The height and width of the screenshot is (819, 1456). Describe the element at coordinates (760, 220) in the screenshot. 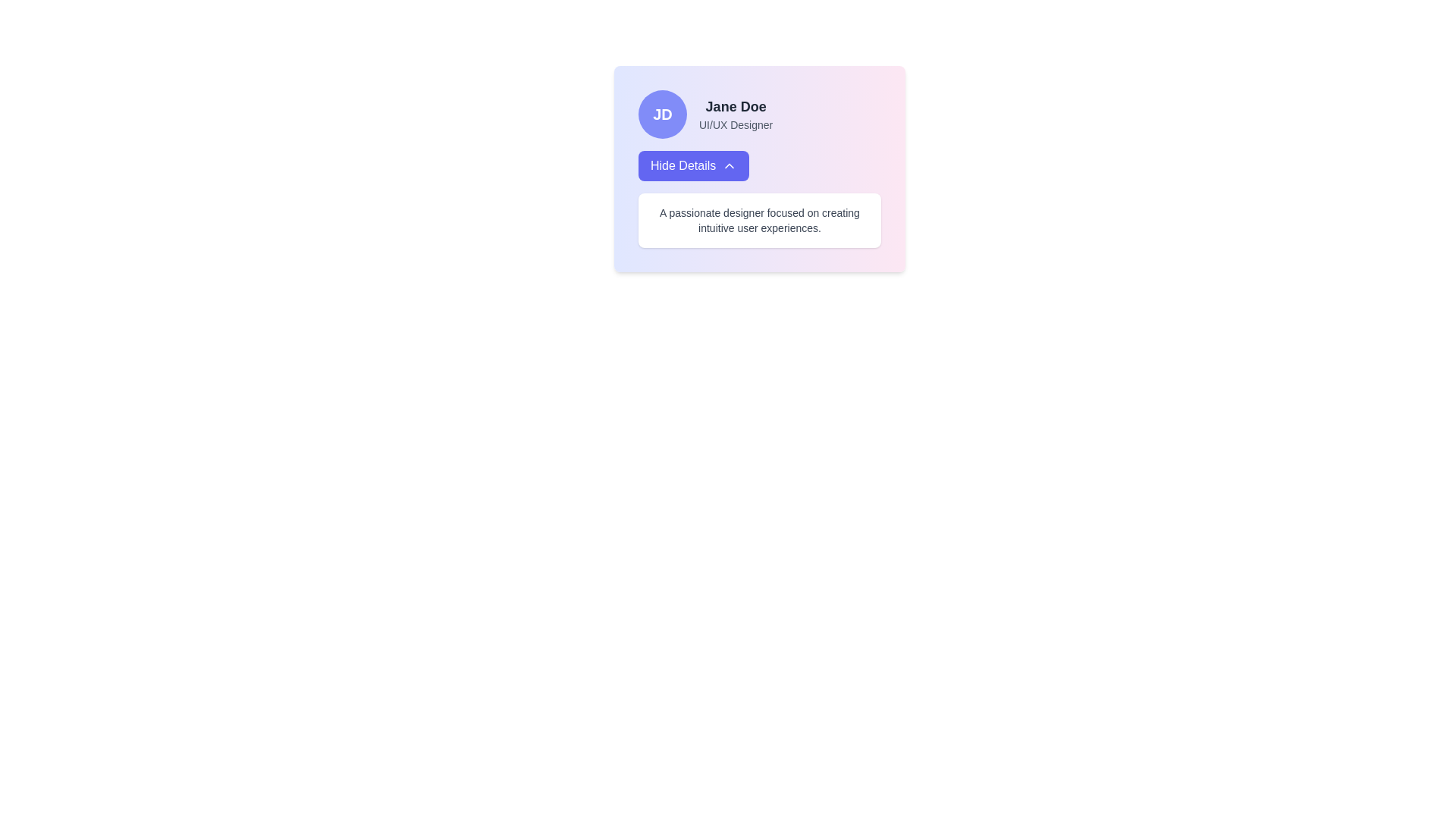

I see `the text label that provides a descriptive summary of the individual's professional focus or expertise, located below the 'Hide Details' button in the white rectangular section` at that location.